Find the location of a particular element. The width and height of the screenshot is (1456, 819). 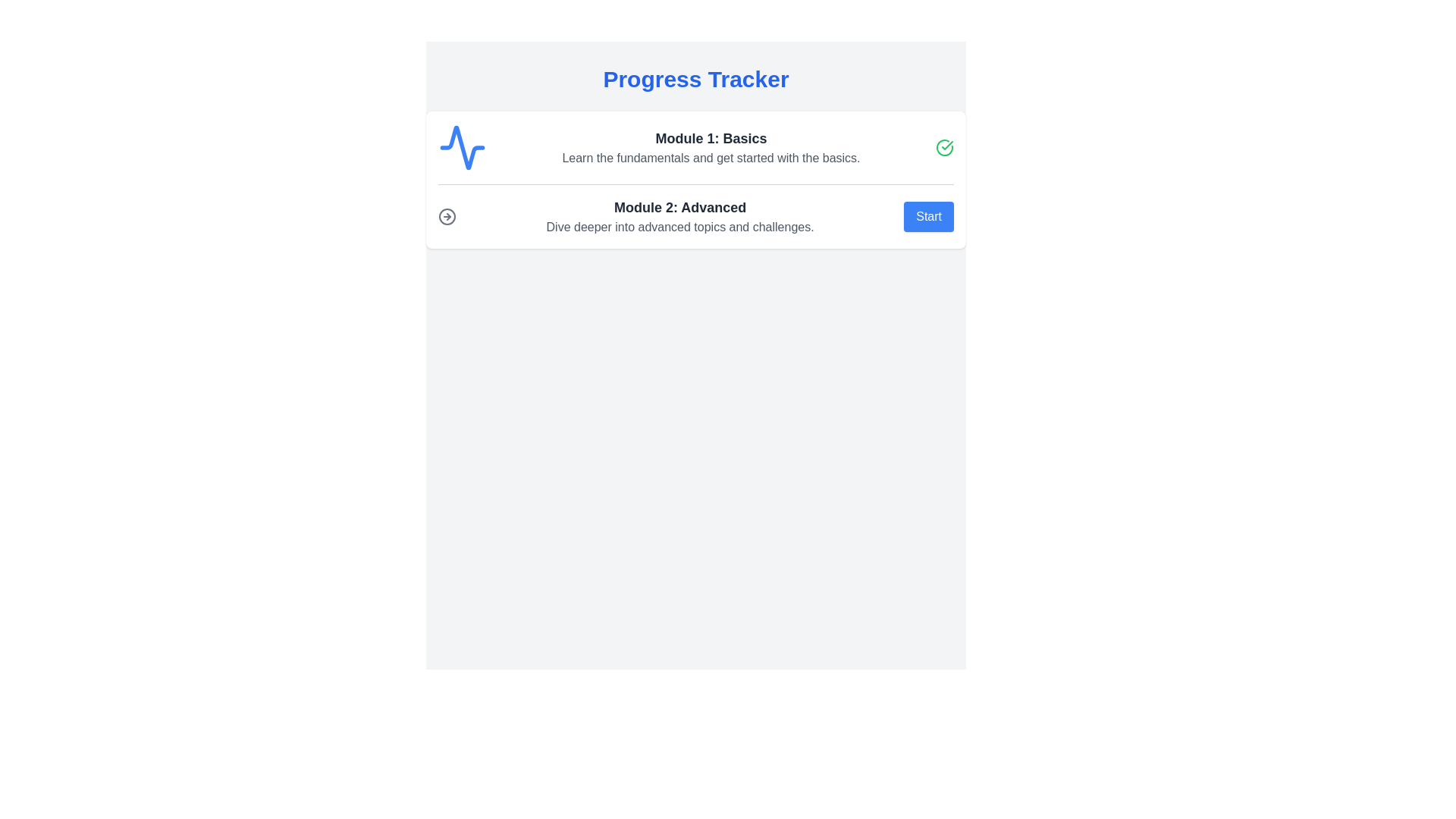

the 'Start' button with a blue background and bold white text is located at coordinates (928, 216).